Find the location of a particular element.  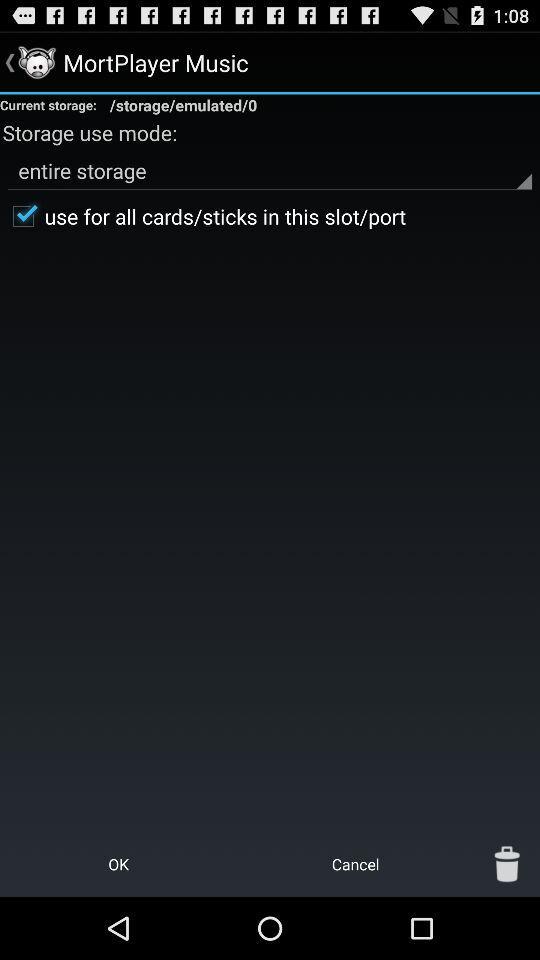

the delete icon is located at coordinates (507, 924).